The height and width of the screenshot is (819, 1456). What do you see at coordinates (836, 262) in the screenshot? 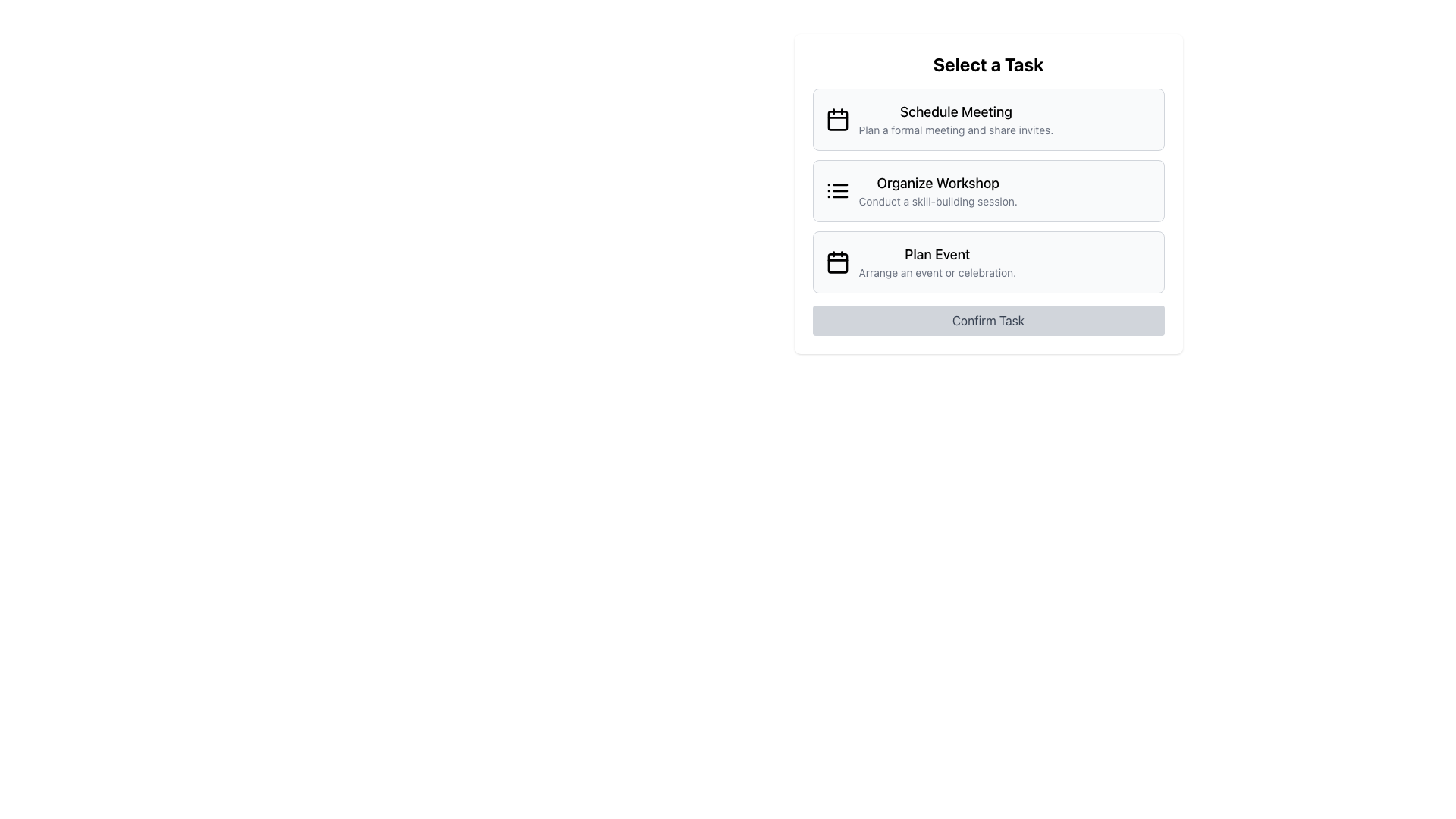
I see `the decorative graphical icon next to the 'Plan Event' label, which serves as a quick recognition cue for users` at bounding box center [836, 262].